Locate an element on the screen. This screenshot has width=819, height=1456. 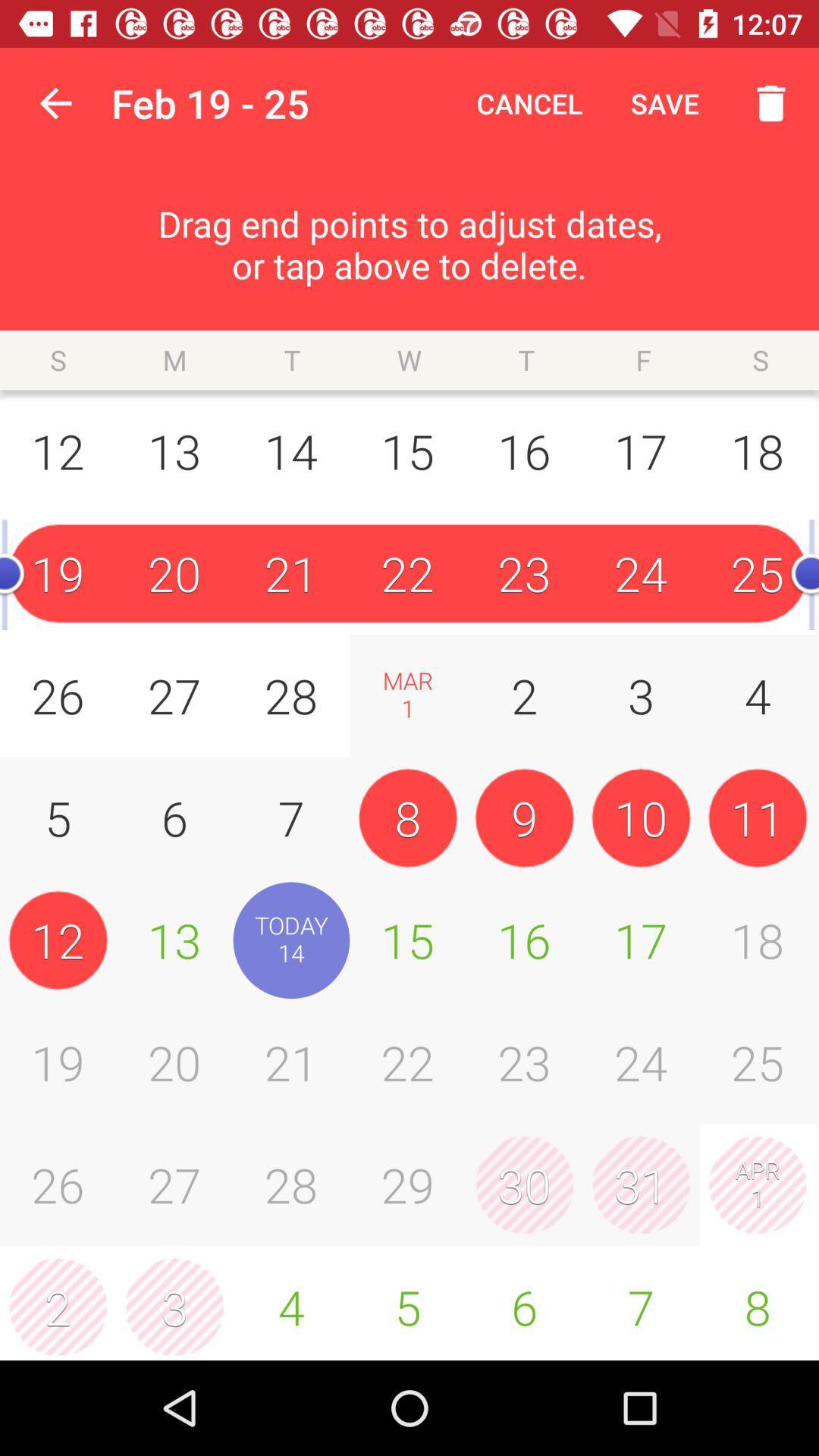
item to the right of the cancel icon is located at coordinates (664, 102).